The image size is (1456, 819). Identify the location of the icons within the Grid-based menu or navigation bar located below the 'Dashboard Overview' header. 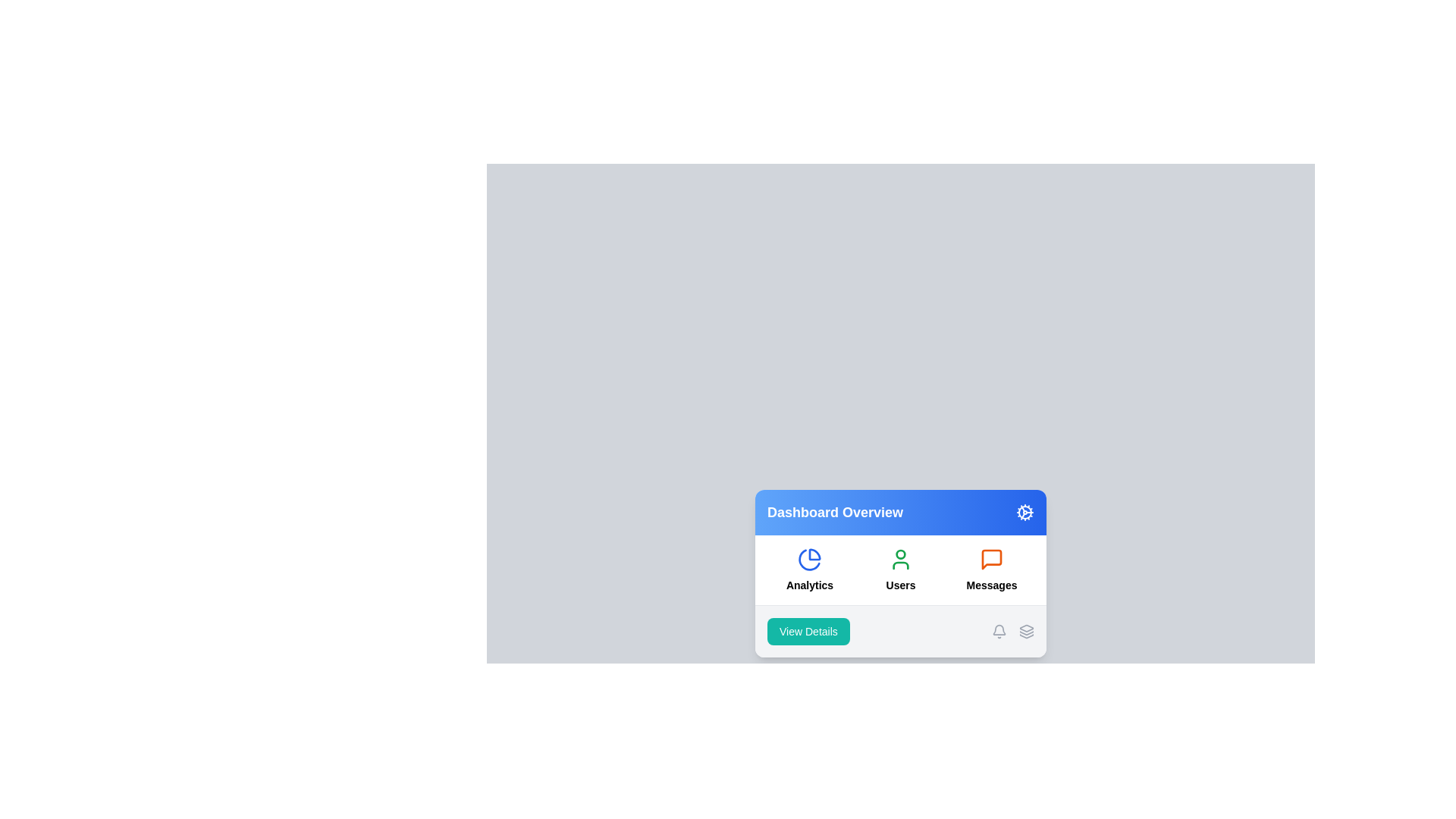
(901, 570).